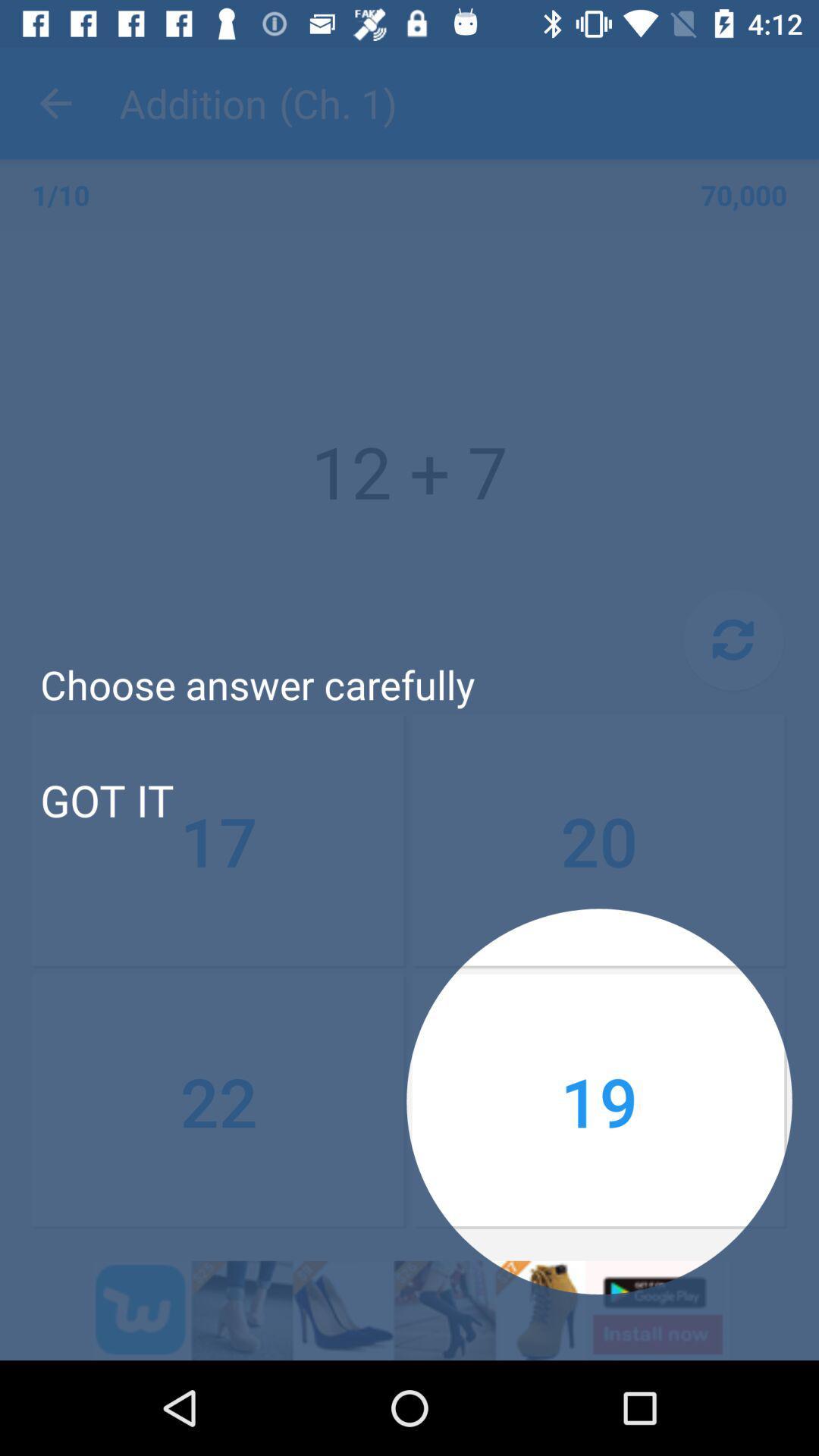 The height and width of the screenshot is (1456, 819). What do you see at coordinates (598, 840) in the screenshot?
I see `the item below the choose answer carefully icon` at bounding box center [598, 840].